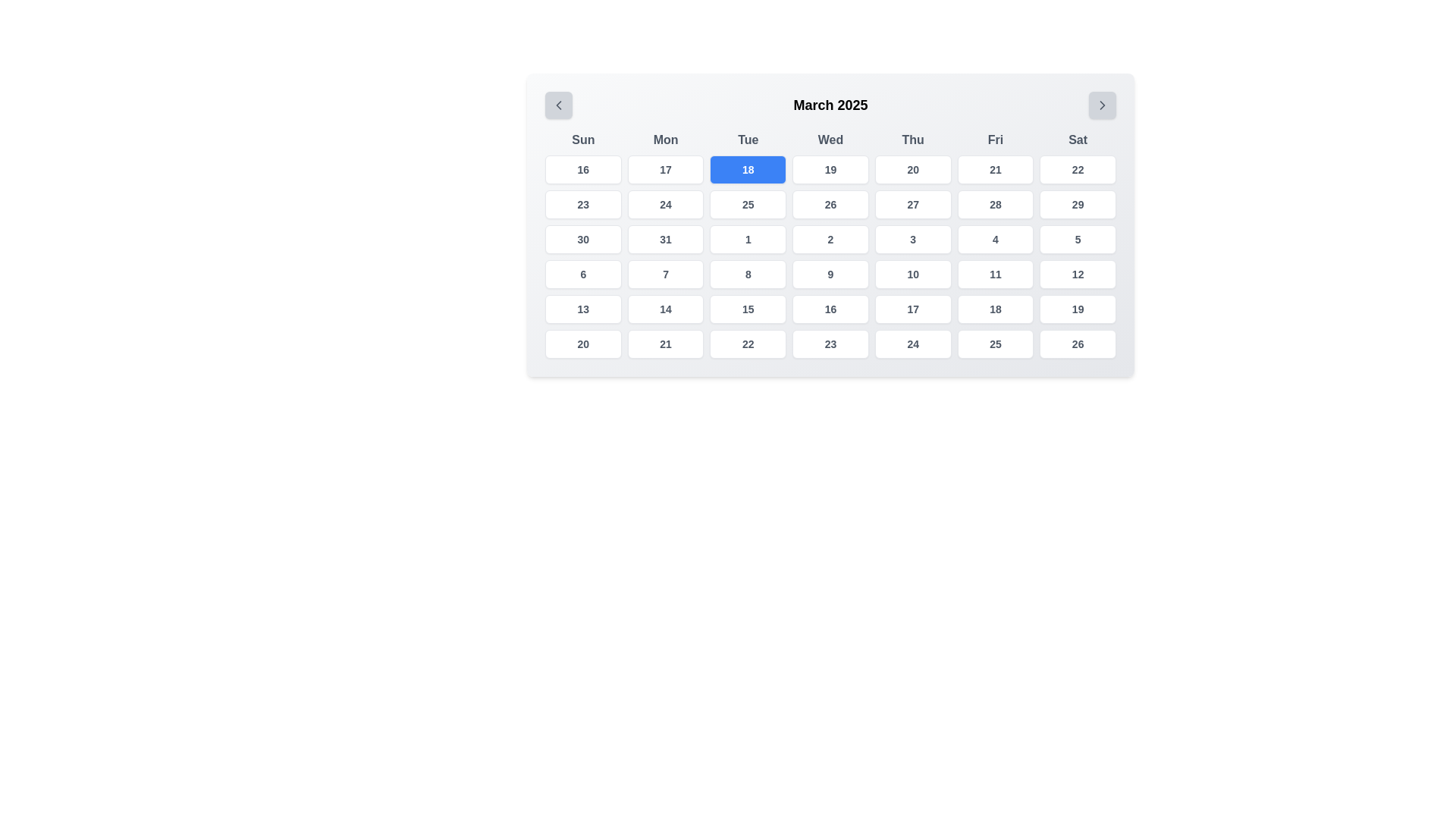 This screenshot has height=819, width=1456. Describe the element at coordinates (994, 169) in the screenshot. I see `the button labeled '21' in the calendar grid` at that location.